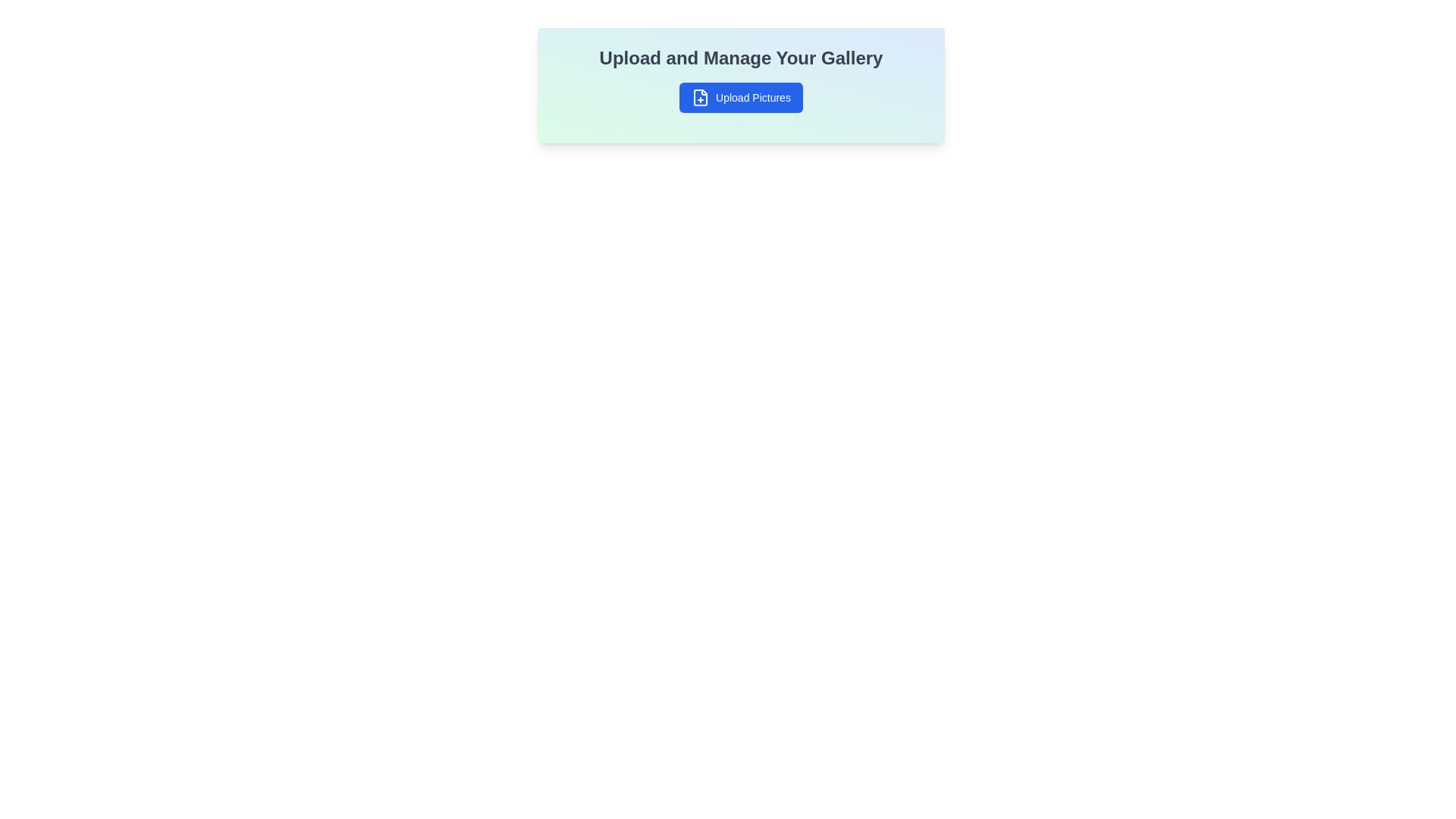 The width and height of the screenshot is (1456, 819). What do you see at coordinates (700, 97) in the screenshot?
I see `the SVG icon resembling a document with a plus sign, which indicates an addition action, located within the 'Upload Pictures' button` at bounding box center [700, 97].